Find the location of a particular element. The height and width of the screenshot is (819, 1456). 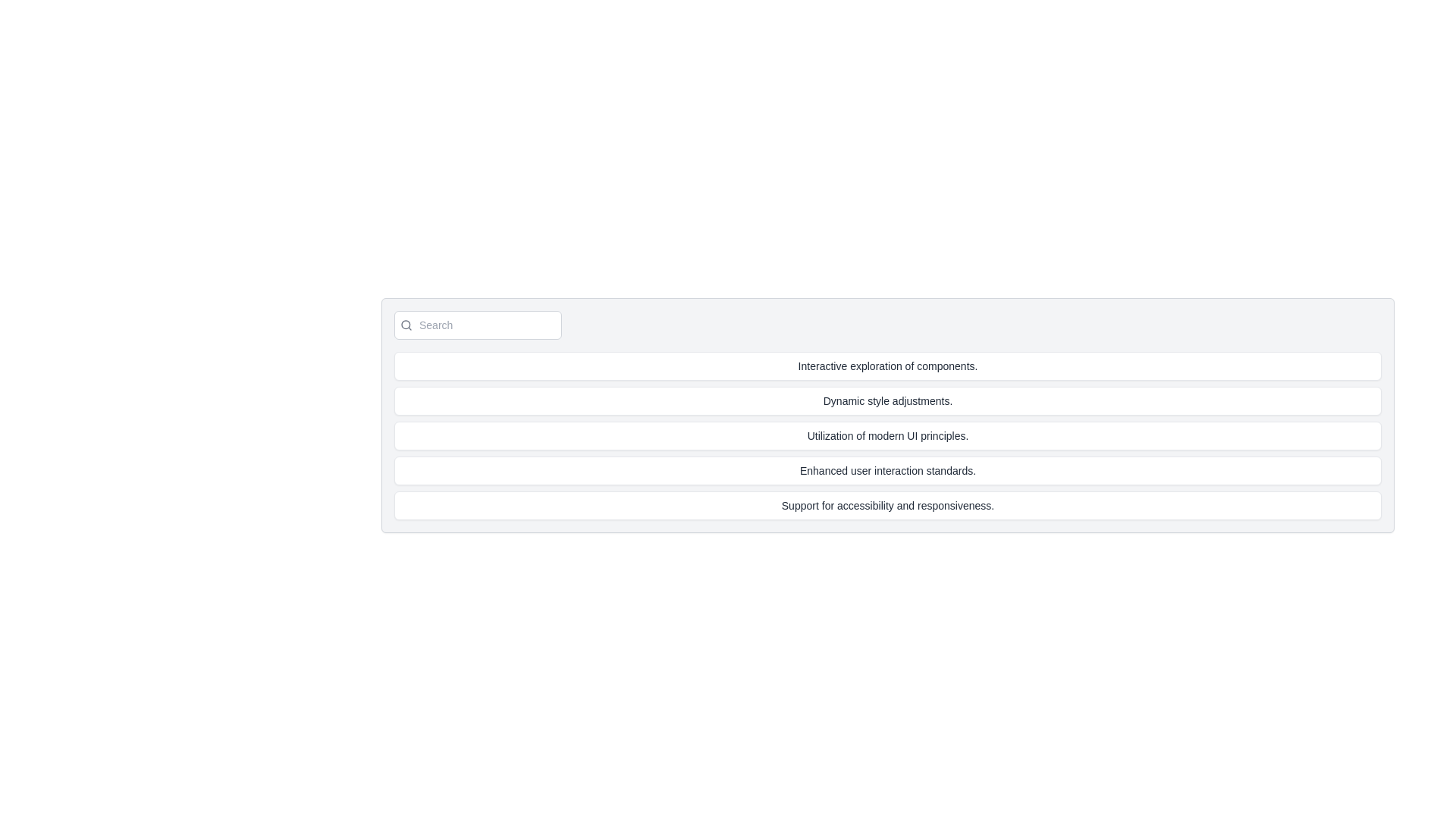

the final letter 'n' of the word 'interaction' in the sentence 'Enhanced user interaction standards.' located in the fourth row of the vertically aligned text list is located at coordinates (893, 470).